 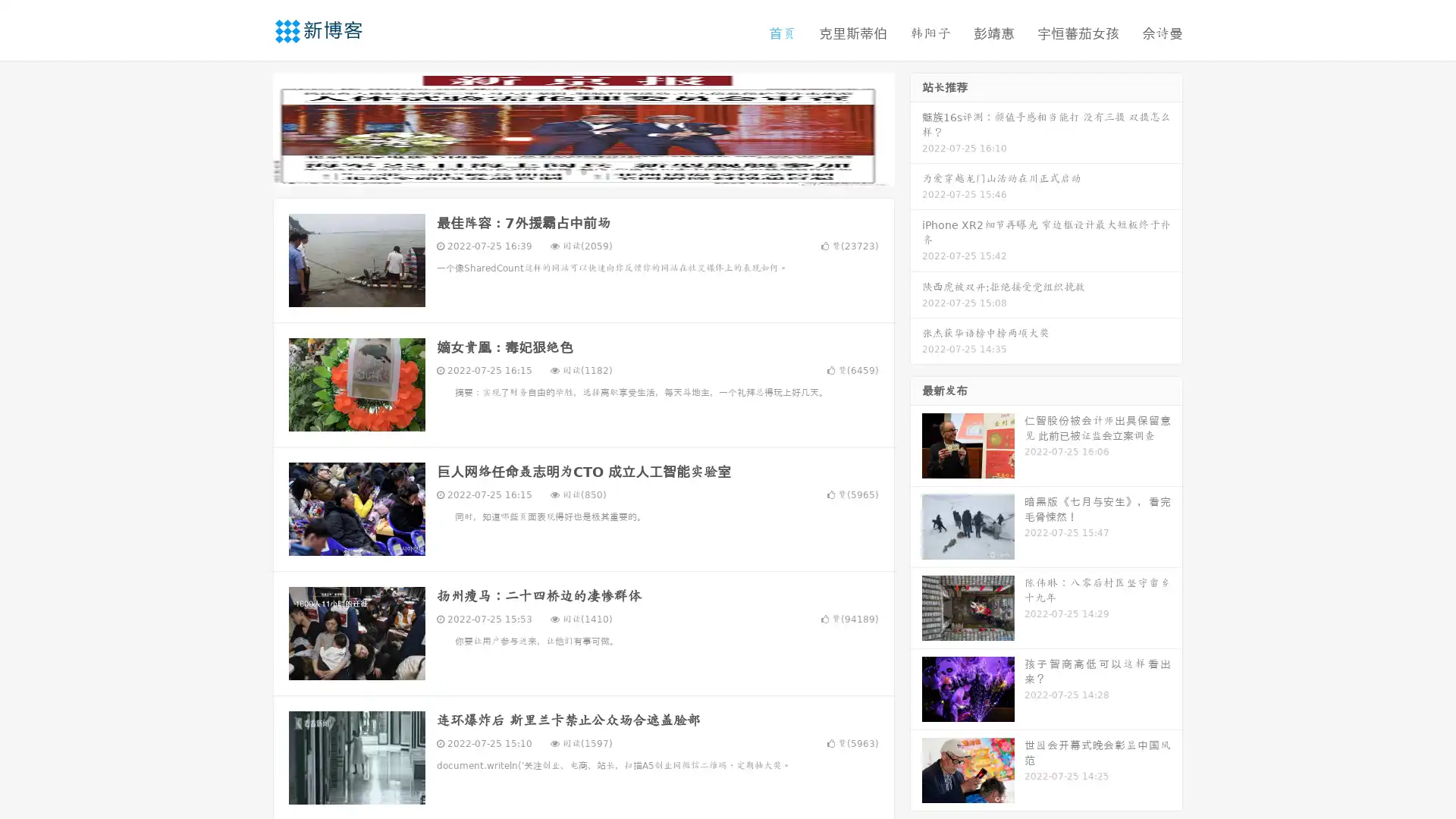 I want to click on Go to slide 1, so click(x=567, y=171).